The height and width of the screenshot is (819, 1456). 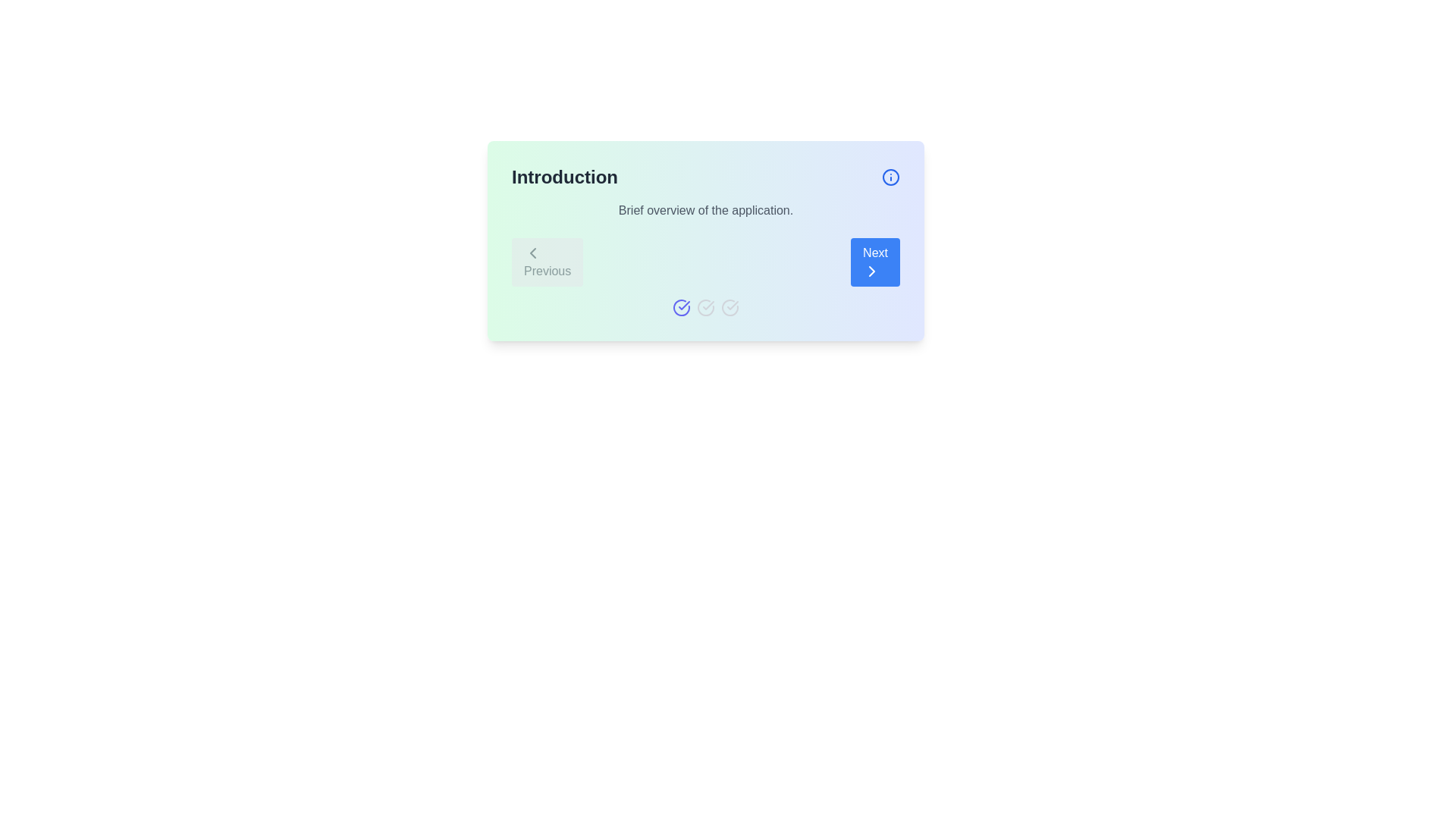 What do you see at coordinates (872, 271) in the screenshot?
I see `the chevron icon within the 'Next' button located in the bottom-right area of the card-like interface to indicate forward movement in a sequence or workflow` at bounding box center [872, 271].